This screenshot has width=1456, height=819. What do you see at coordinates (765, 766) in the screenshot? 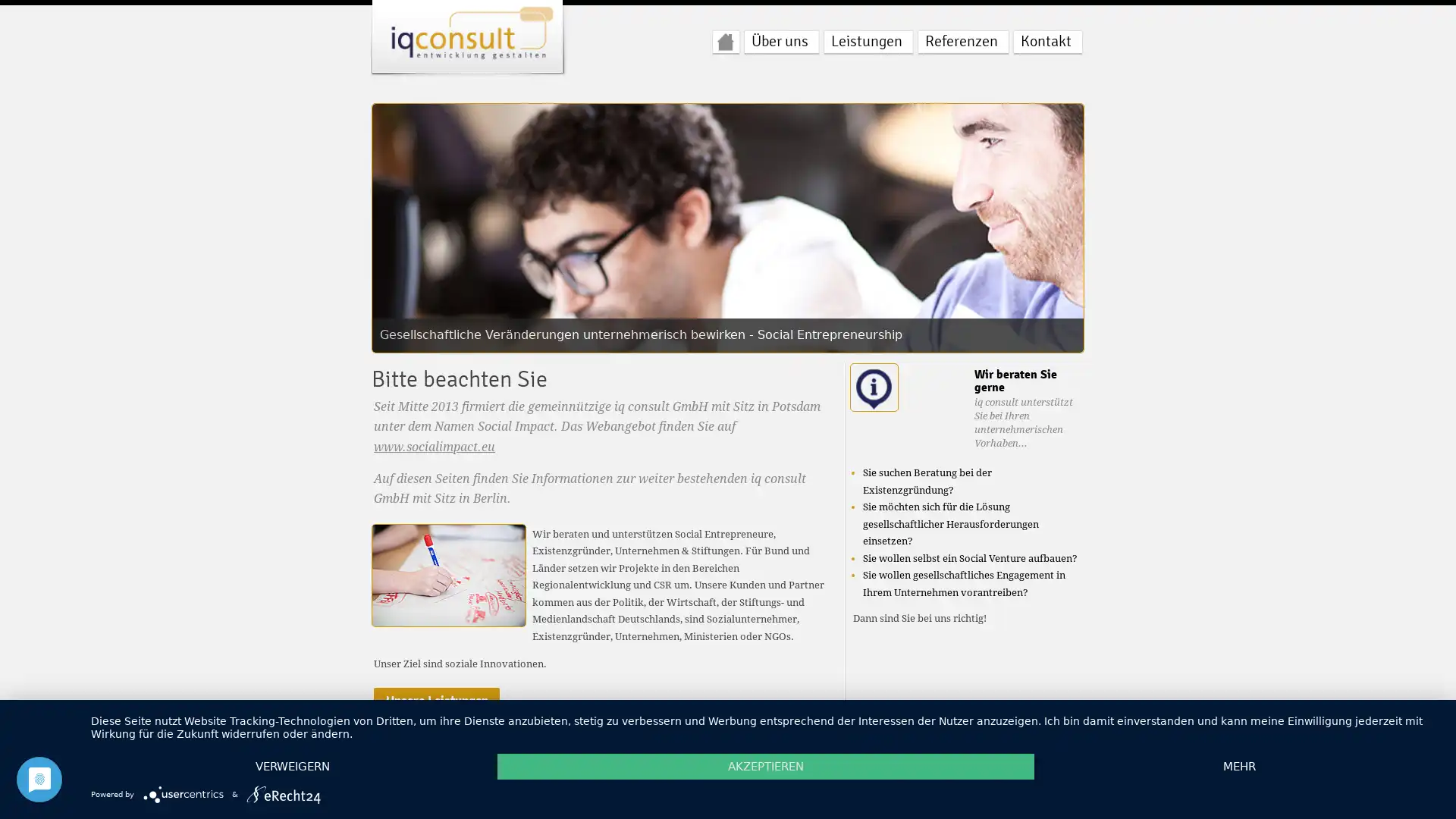
I see `AKZEPTIEREN` at bounding box center [765, 766].